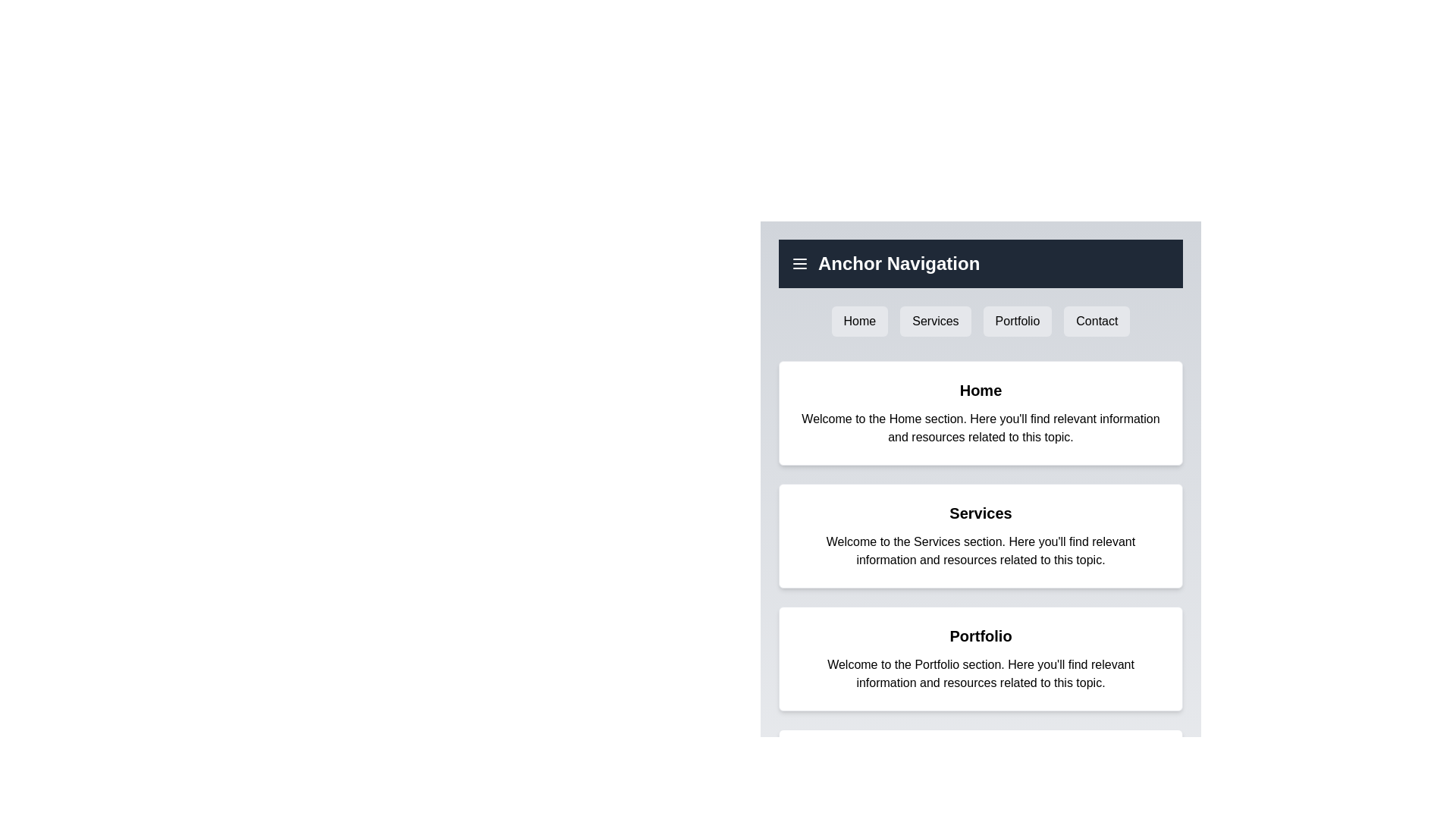 The height and width of the screenshot is (819, 1456). Describe the element at coordinates (799, 262) in the screenshot. I see `the Hamburger Menu Icon located at the top left corner of the interface, next to the 'Anchor Navigation' title` at that location.